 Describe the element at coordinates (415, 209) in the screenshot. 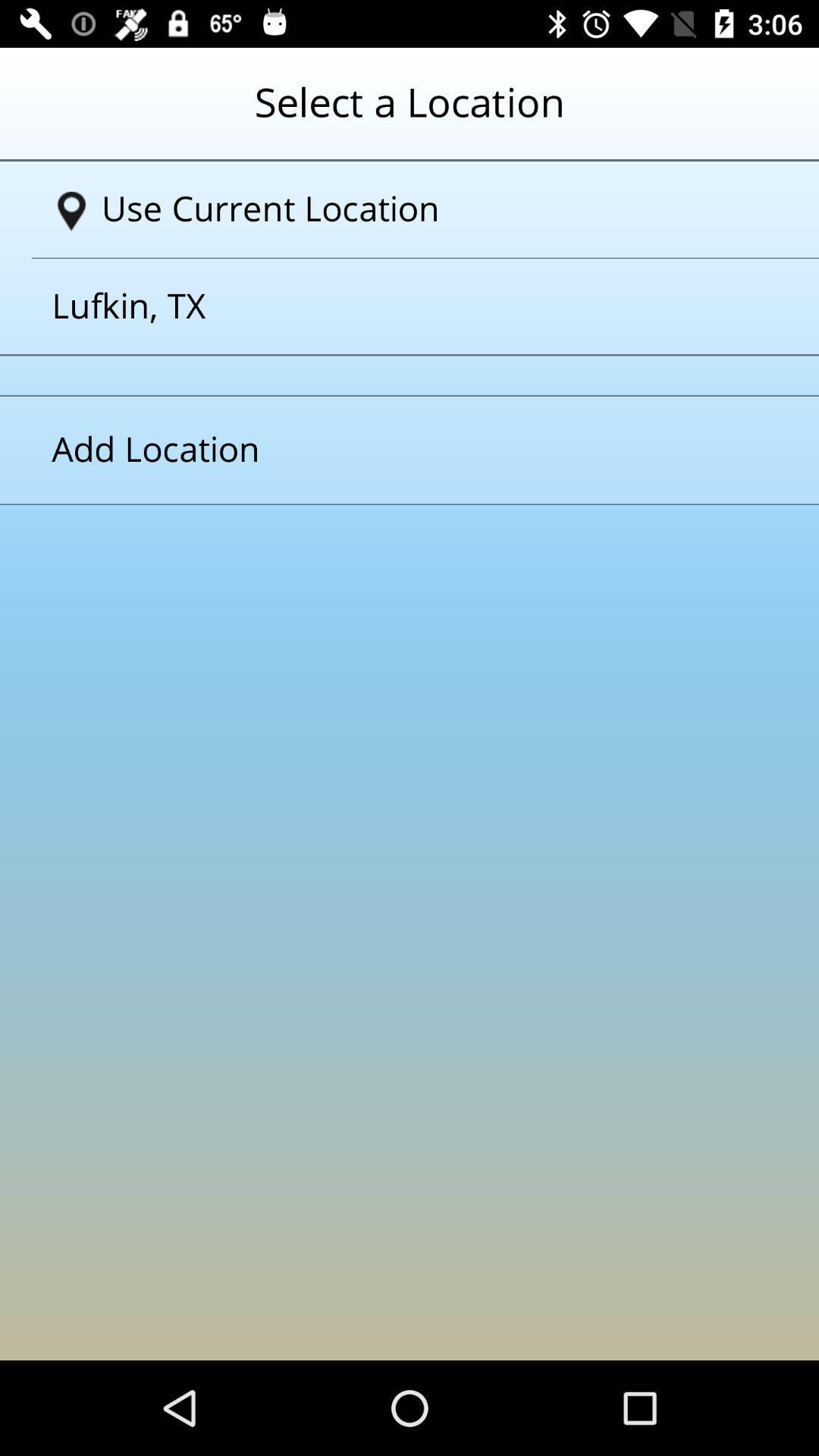

I see `use current location` at that location.